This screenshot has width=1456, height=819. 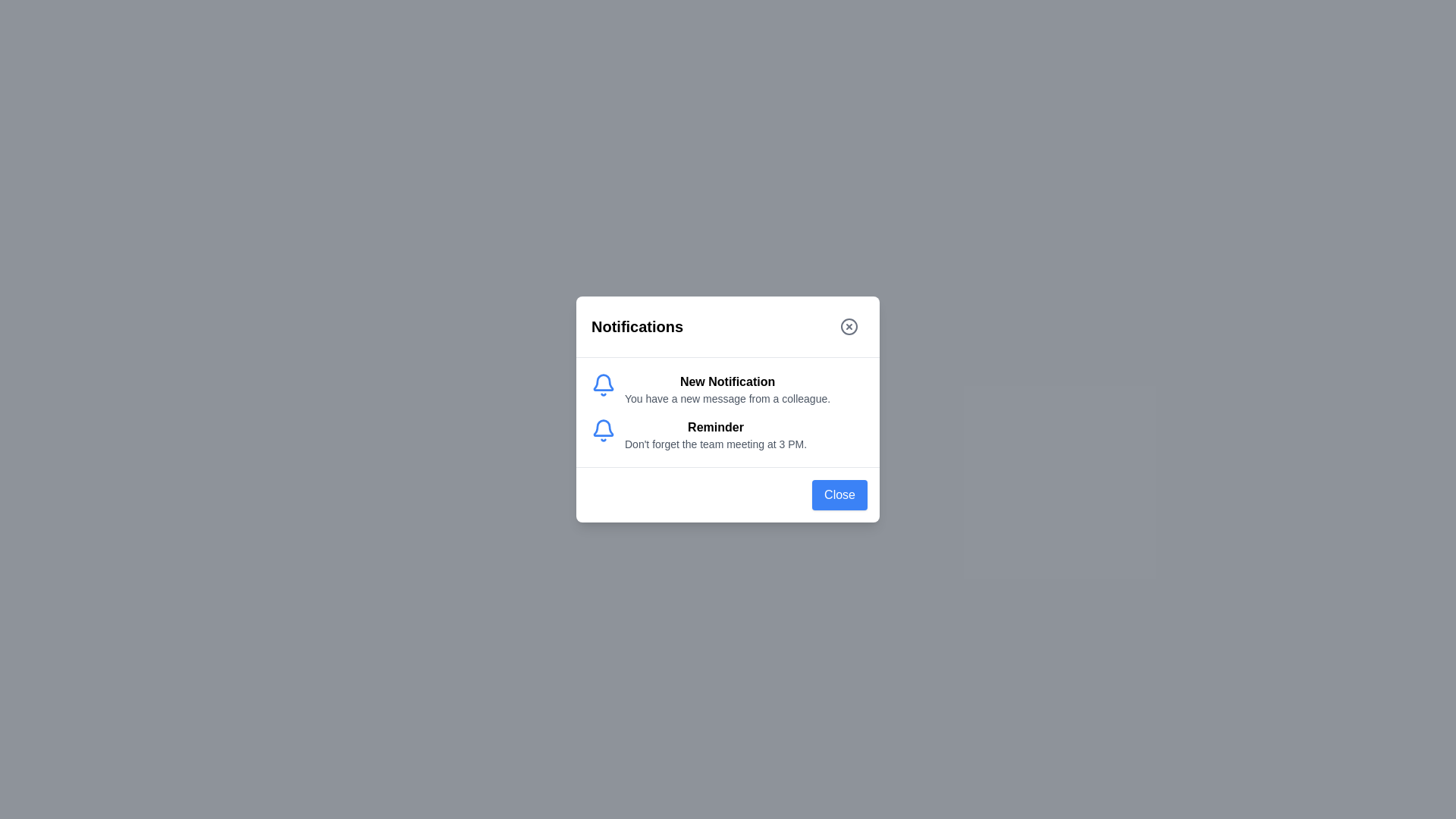 I want to click on the gray-colored text label displaying the message 'Don't forget the team meeting at 3 PM.' located under the 'Reminder' header in the notification component, so click(x=715, y=444).